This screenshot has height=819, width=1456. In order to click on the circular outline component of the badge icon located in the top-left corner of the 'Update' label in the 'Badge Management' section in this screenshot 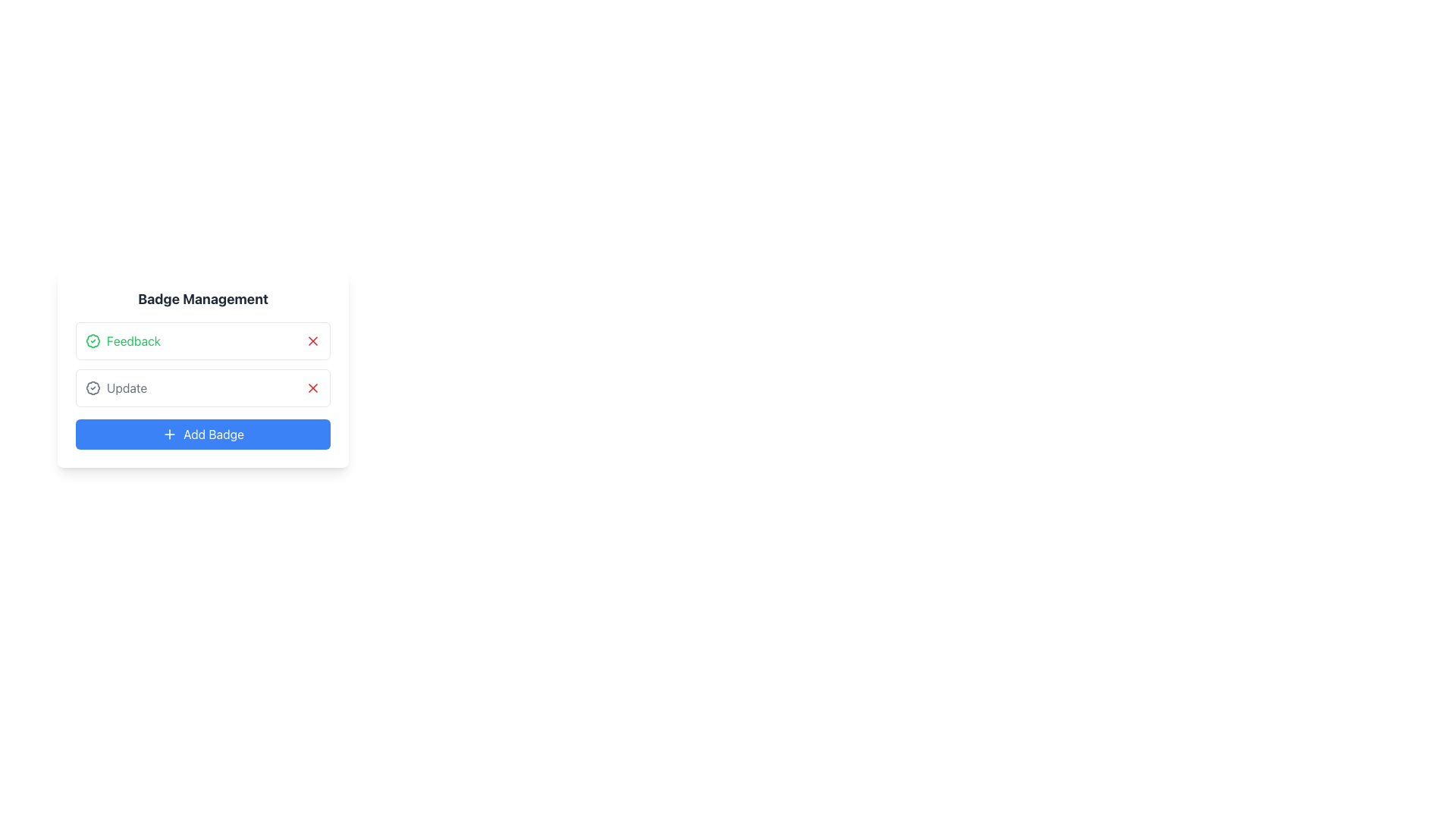, I will do `click(93, 388)`.